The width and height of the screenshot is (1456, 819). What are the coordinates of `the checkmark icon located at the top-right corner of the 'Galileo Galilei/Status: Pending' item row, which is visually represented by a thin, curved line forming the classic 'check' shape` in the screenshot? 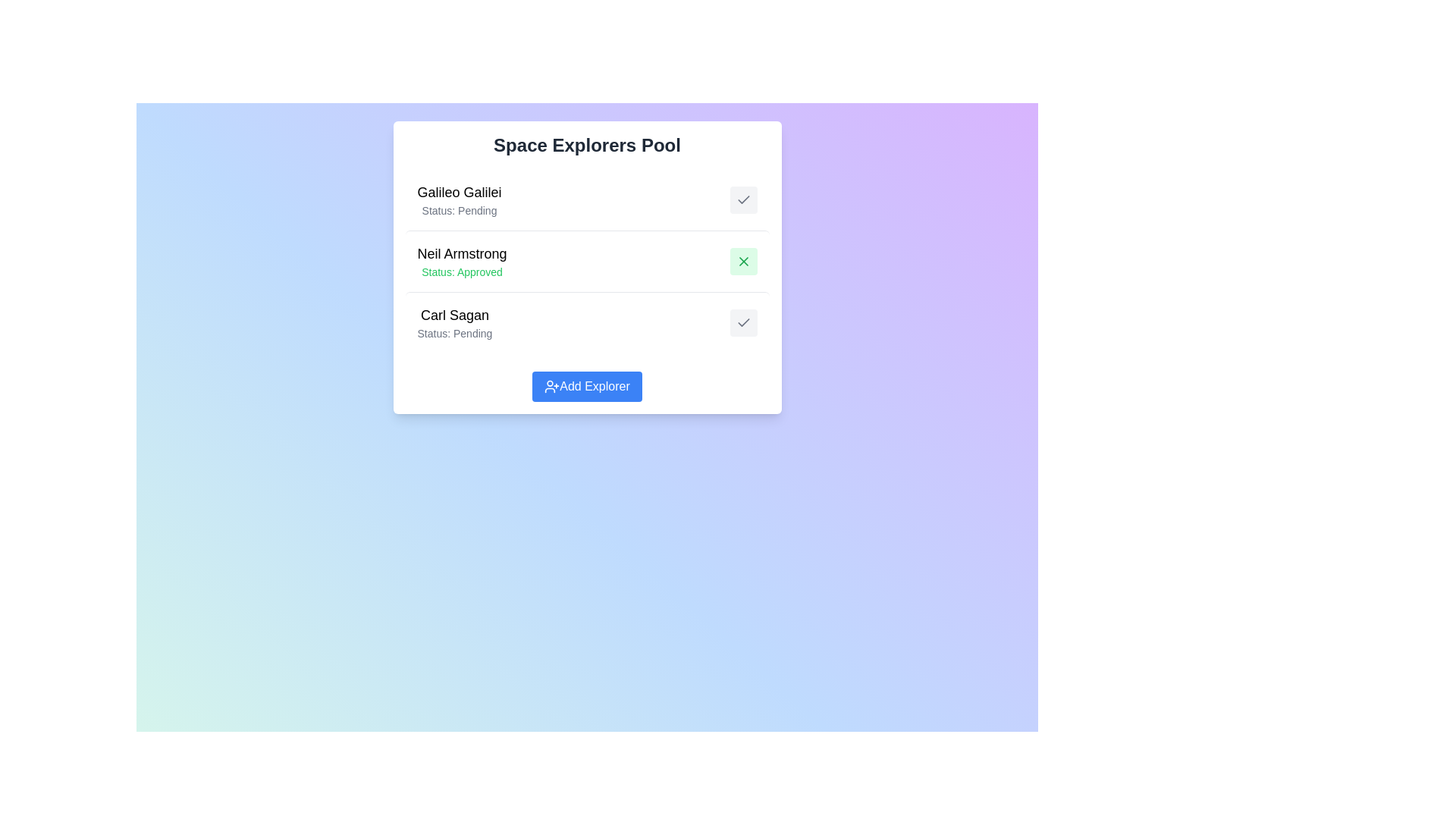 It's located at (743, 322).